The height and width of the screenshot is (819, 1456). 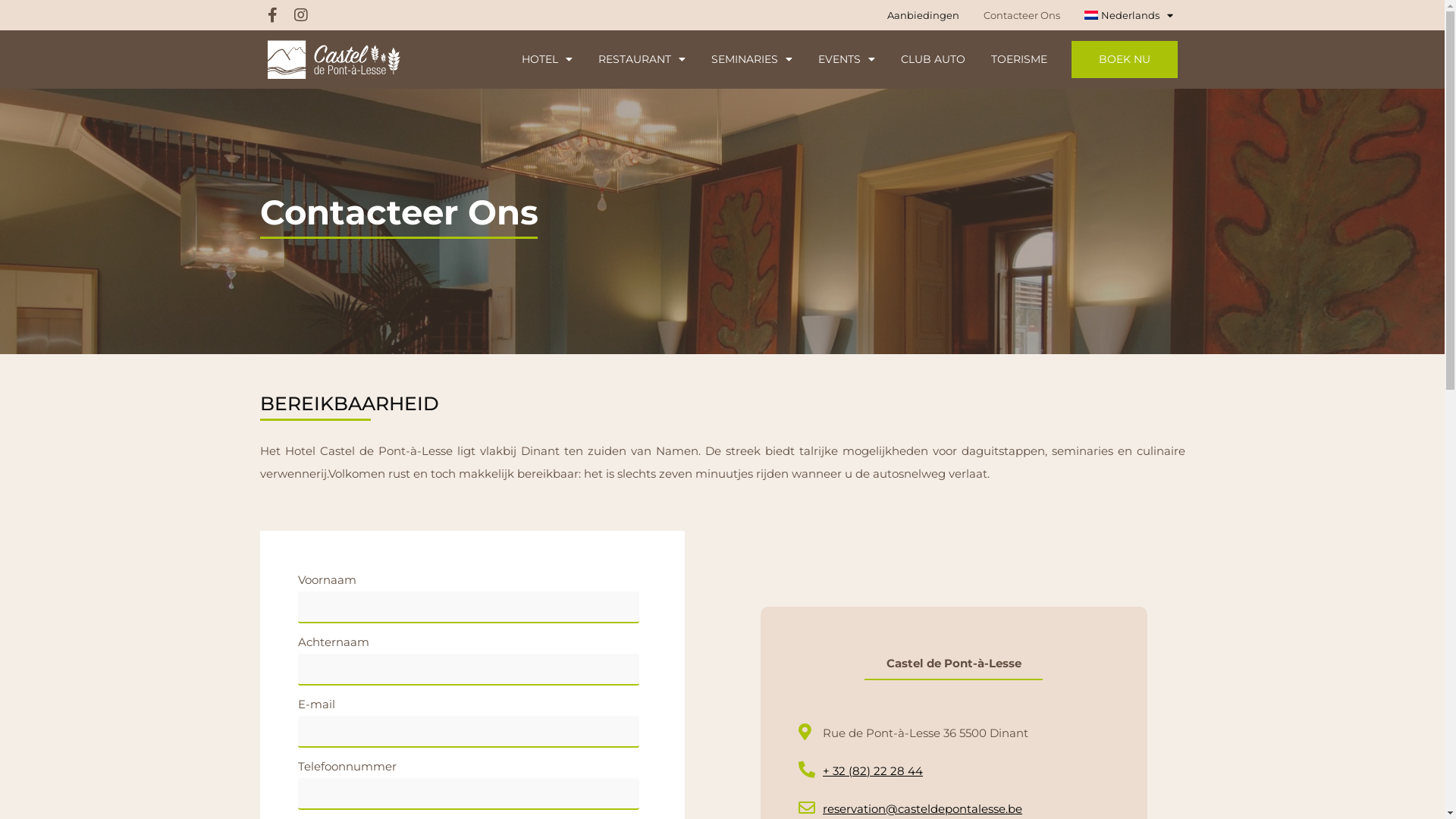 I want to click on '+ 32 (82) 22 28 44', so click(x=796, y=771).